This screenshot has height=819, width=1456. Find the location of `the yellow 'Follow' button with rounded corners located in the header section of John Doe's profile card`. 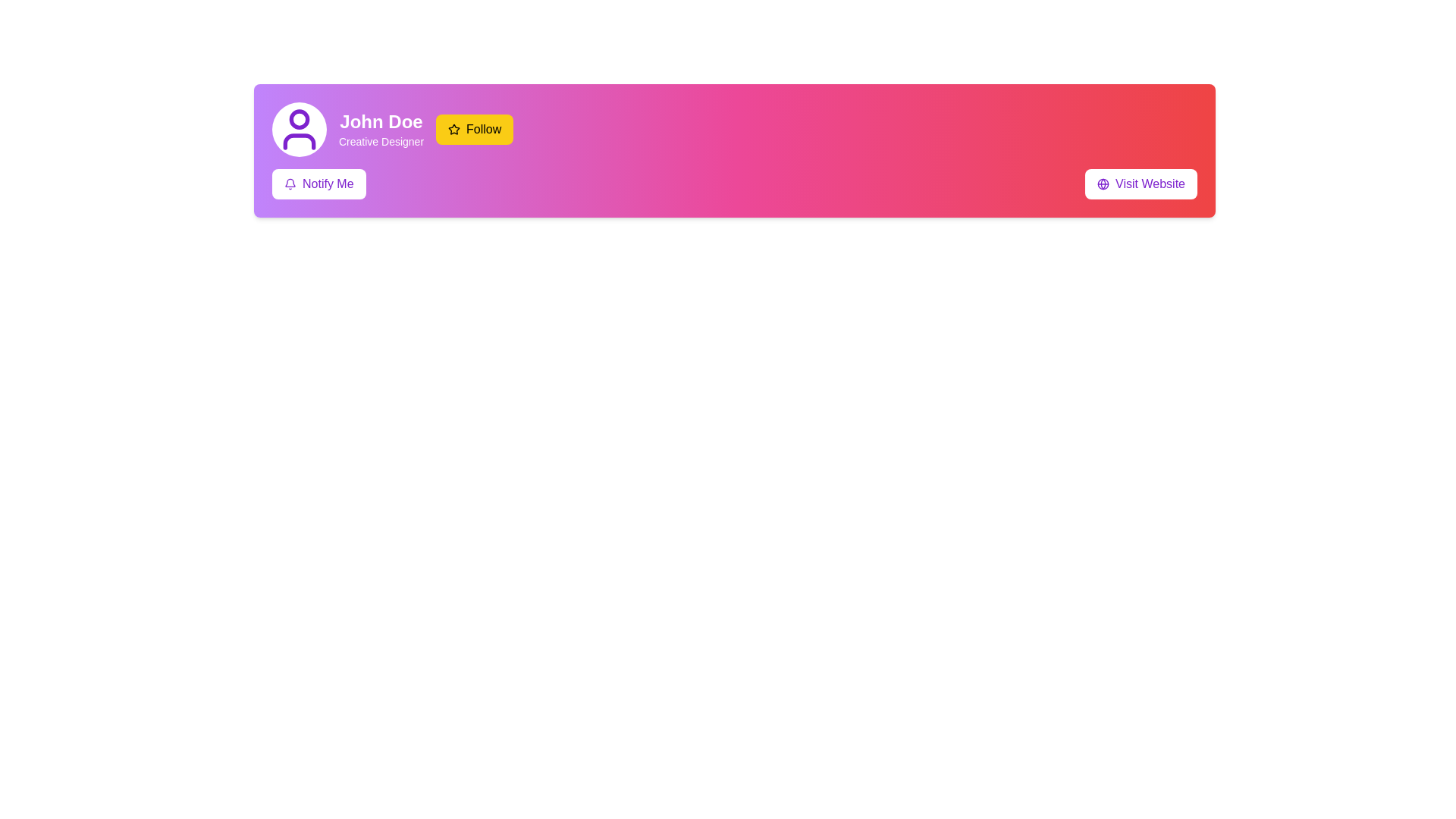

the yellow 'Follow' button with rounded corners located in the header section of John Doe's profile card is located at coordinates (474, 128).